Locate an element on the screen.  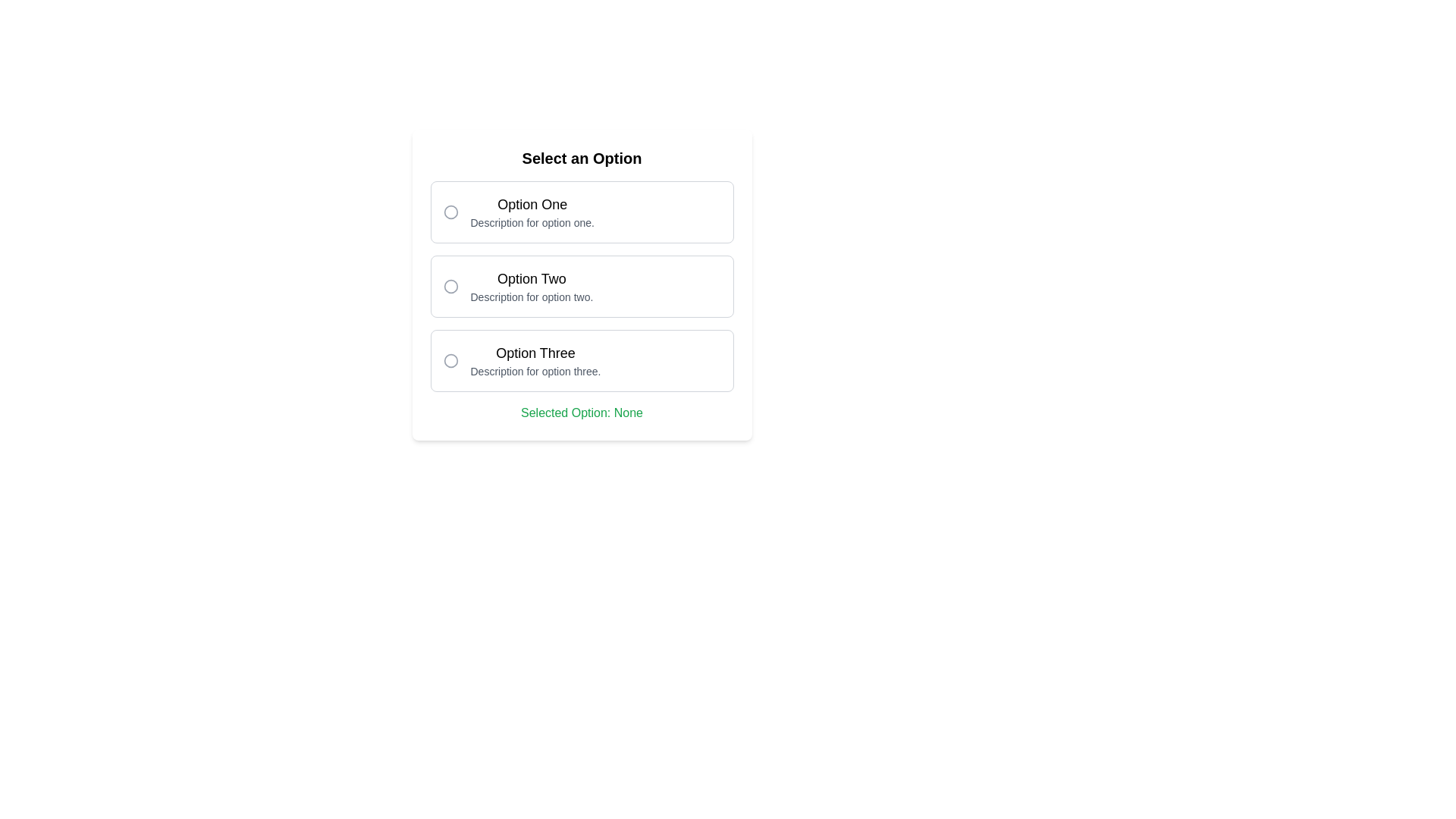
the text label that describes 'Option Two', which is the second selectable option in a vertical list between 'Option One' and 'Option Three' is located at coordinates (532, 287).